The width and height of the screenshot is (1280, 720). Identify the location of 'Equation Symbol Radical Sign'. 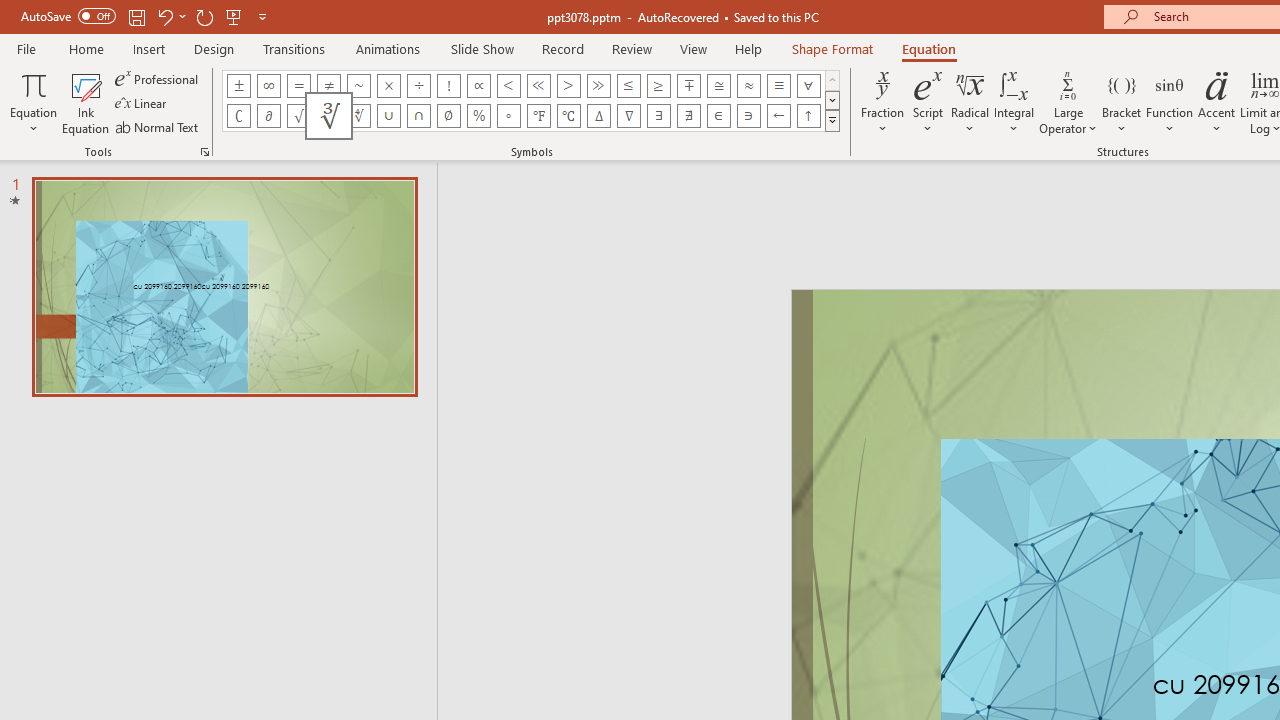
(297, 115).